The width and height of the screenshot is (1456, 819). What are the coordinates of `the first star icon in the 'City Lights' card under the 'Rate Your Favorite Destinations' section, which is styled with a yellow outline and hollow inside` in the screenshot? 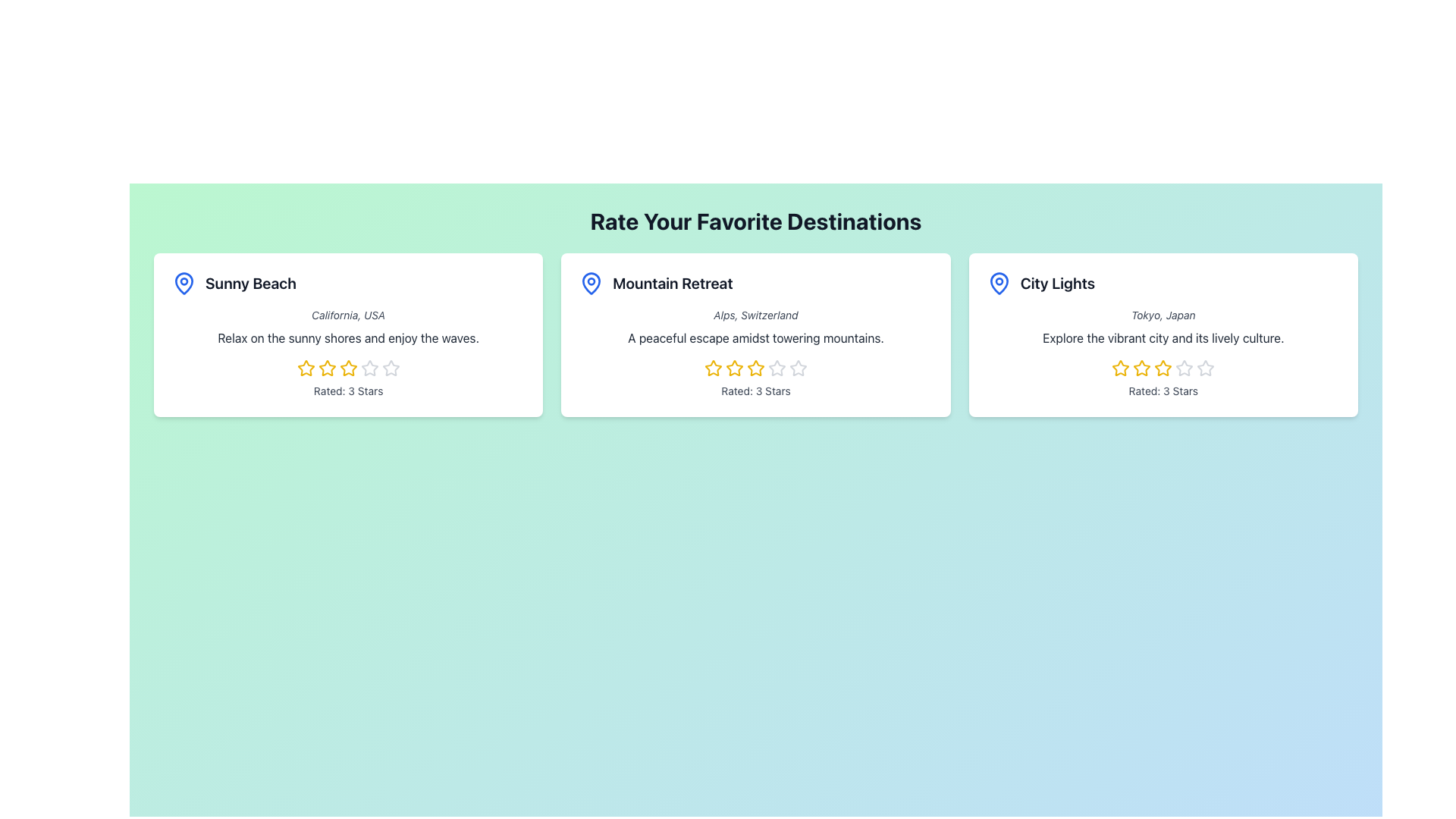 It's located at (1121, 369).